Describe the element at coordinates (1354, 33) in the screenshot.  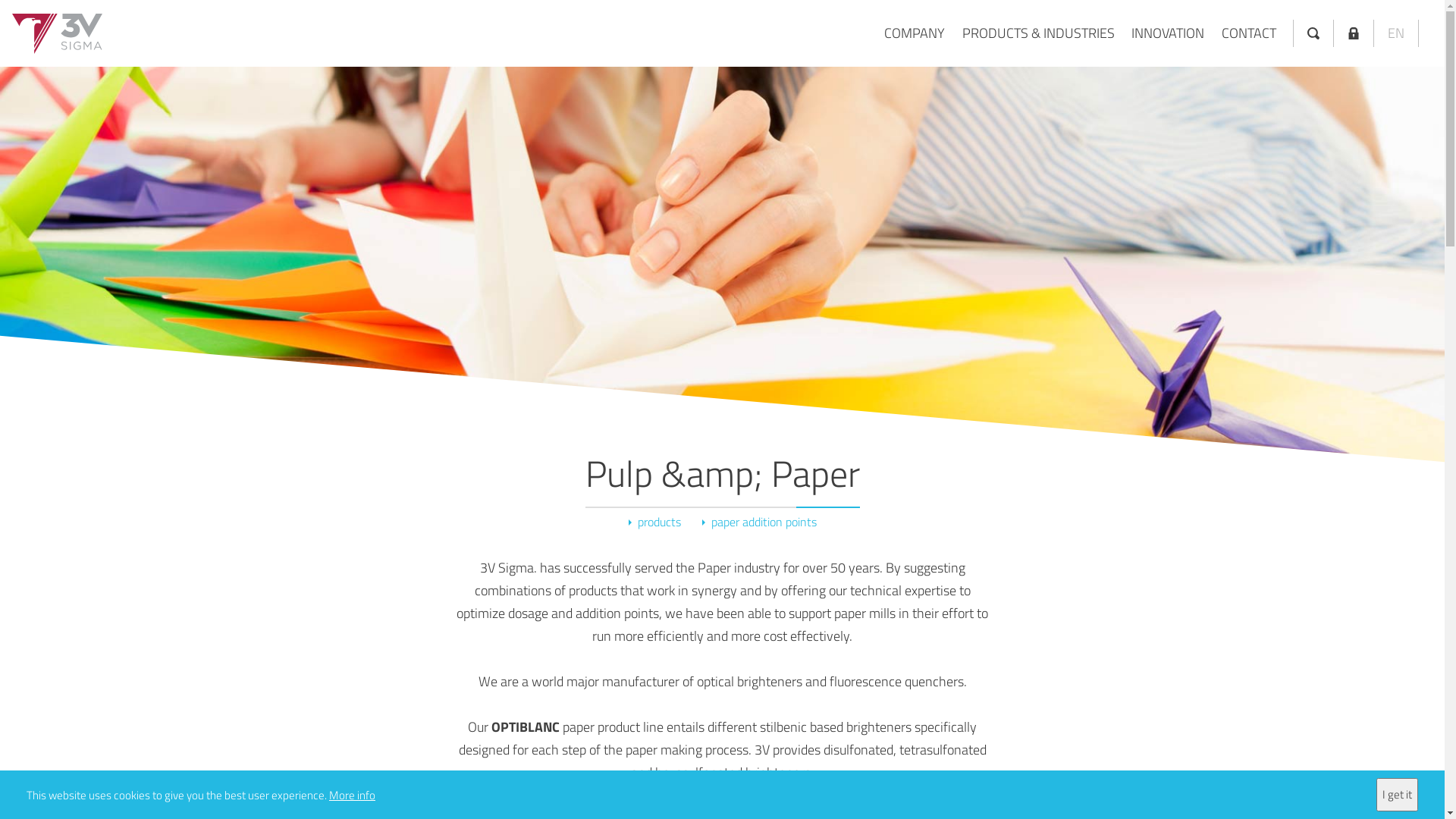
I see `'Log in'` at that location.